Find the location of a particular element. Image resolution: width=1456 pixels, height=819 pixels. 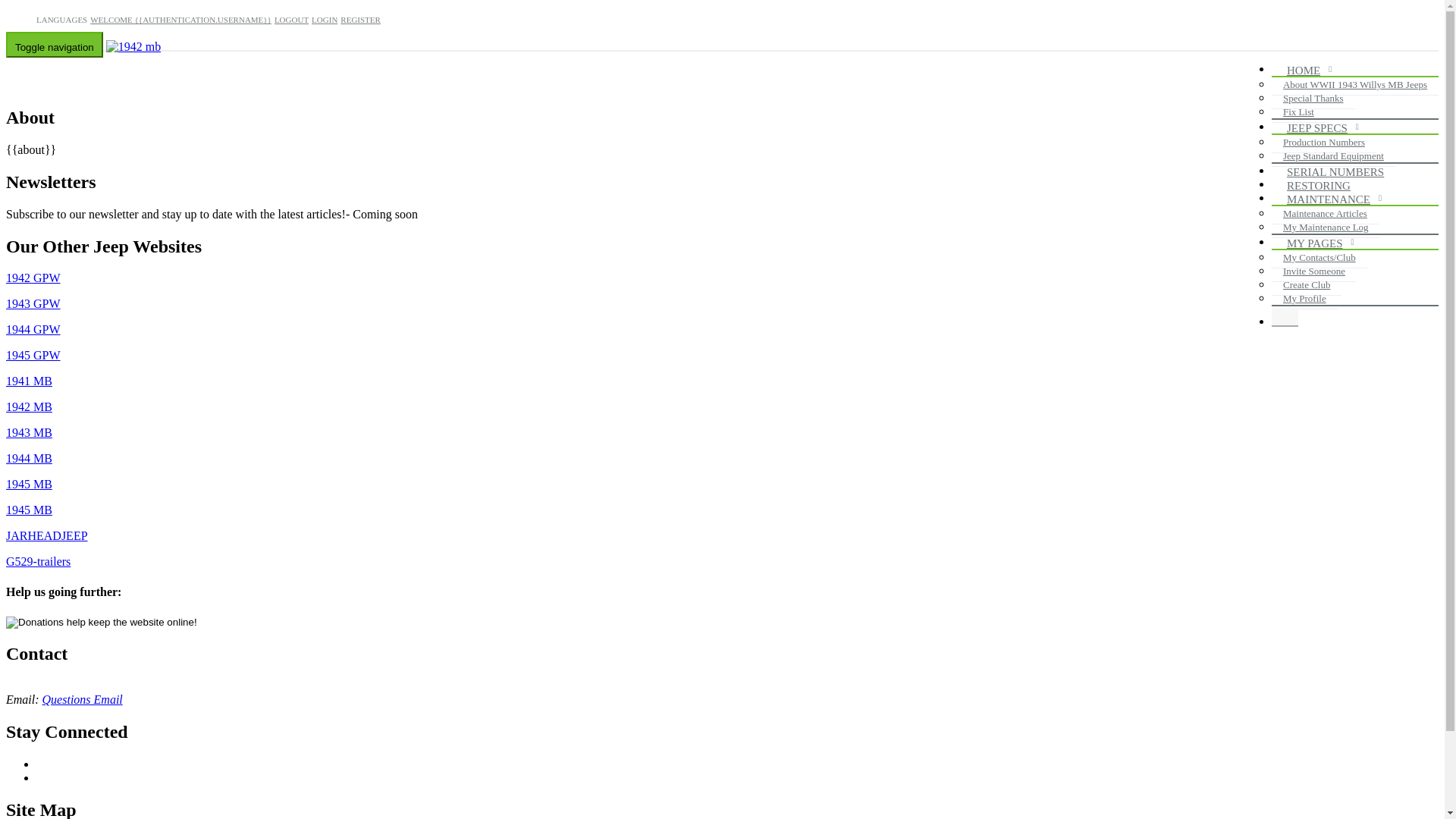

'My Maintenance Log' is located at coordinates (1325, 227).